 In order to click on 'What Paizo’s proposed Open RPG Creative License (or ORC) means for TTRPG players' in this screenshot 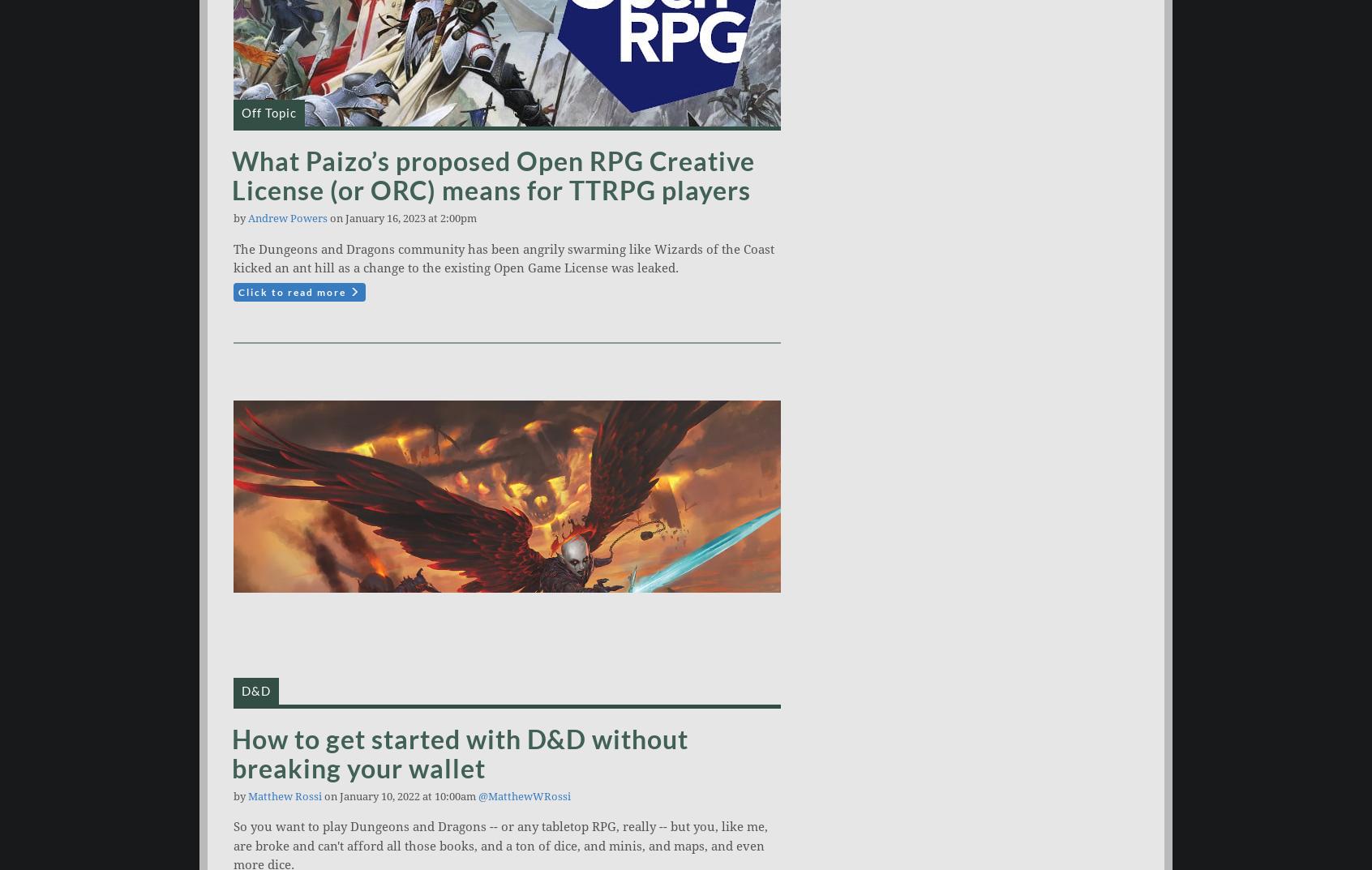, I will do `click(492, 175)`.